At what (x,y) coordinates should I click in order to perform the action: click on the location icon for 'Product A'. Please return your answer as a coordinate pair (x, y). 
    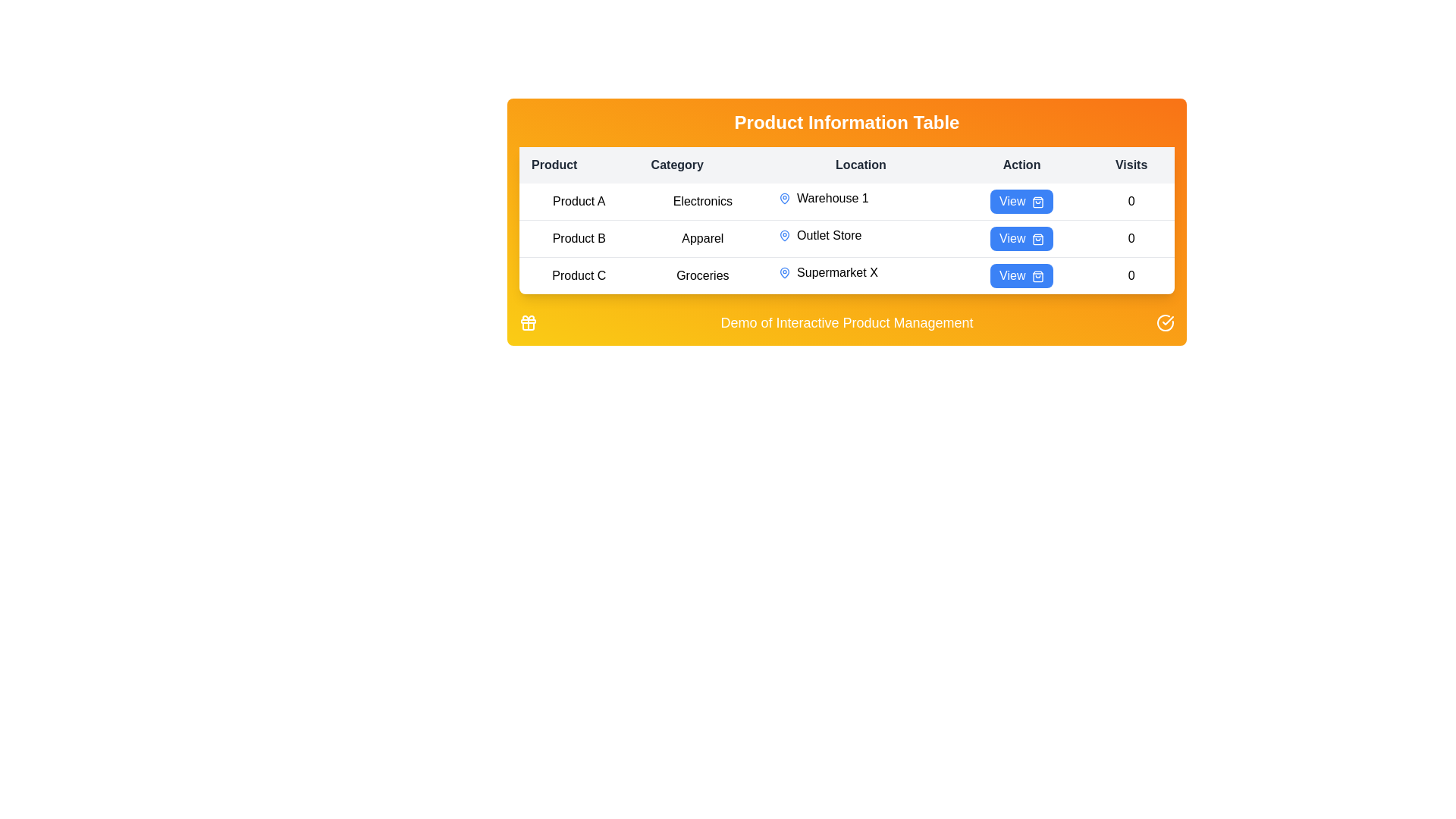
    Looking at the image, I should click on (785, 198).